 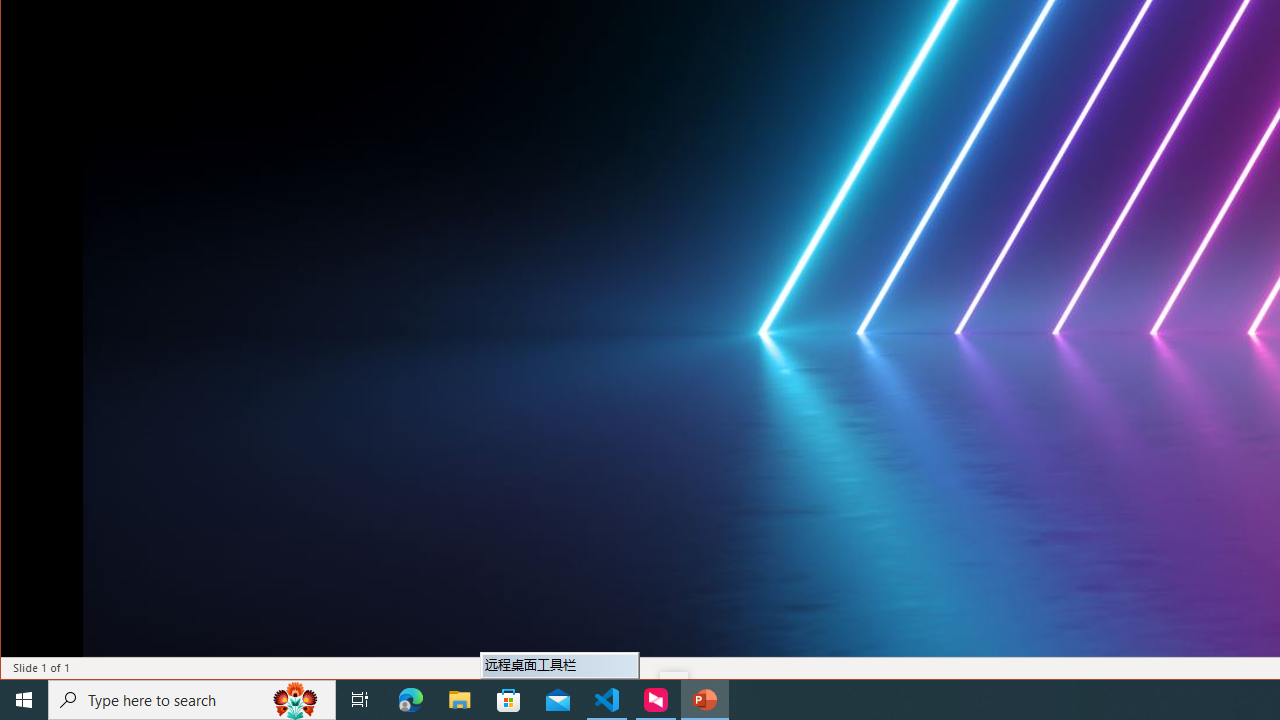 I want to click on 'Task View', so click(x=359, y=698).